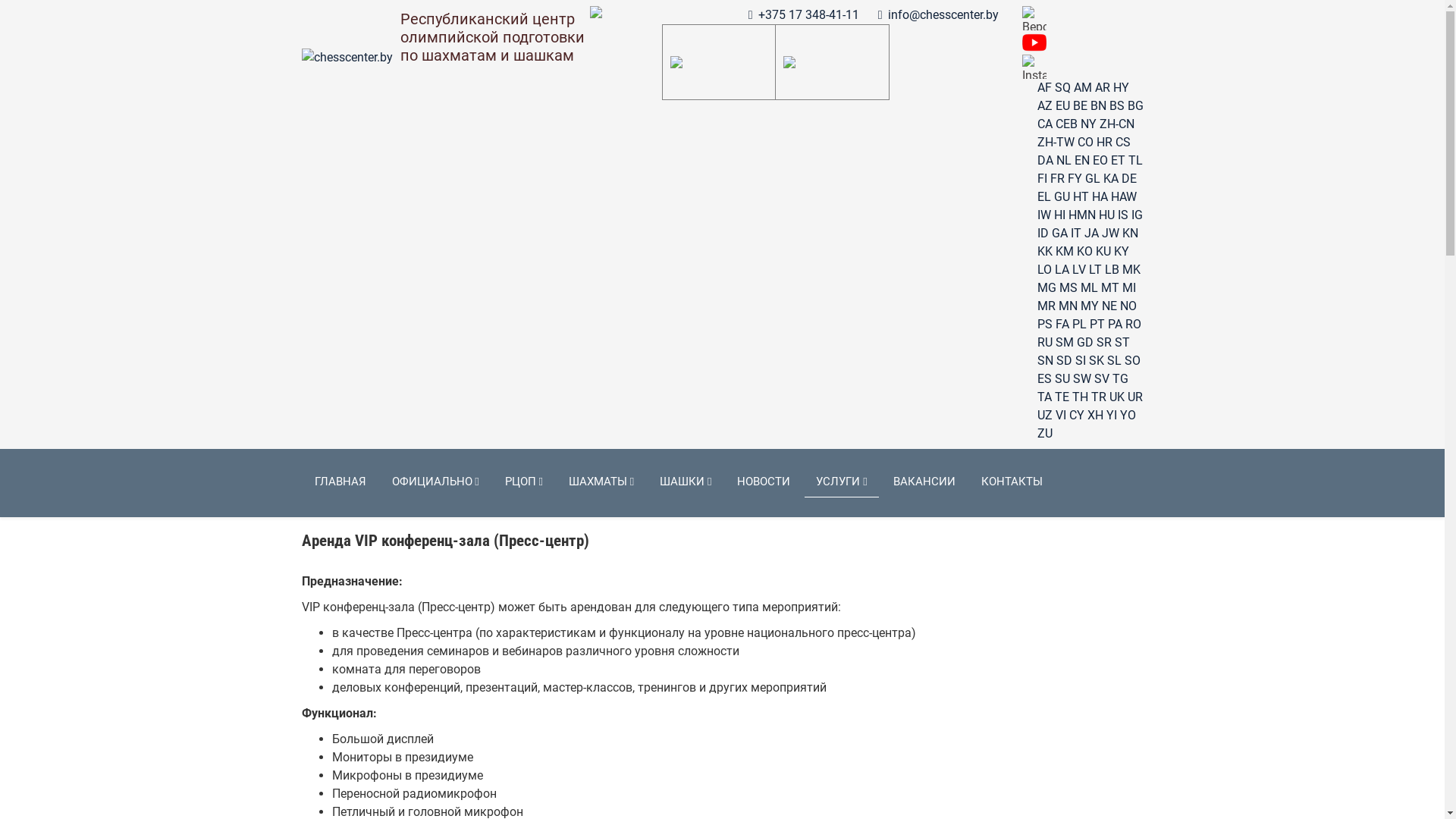  Describe the element at coordinates (1080, 160) in the screenshot. I see `'EN'` at that location.